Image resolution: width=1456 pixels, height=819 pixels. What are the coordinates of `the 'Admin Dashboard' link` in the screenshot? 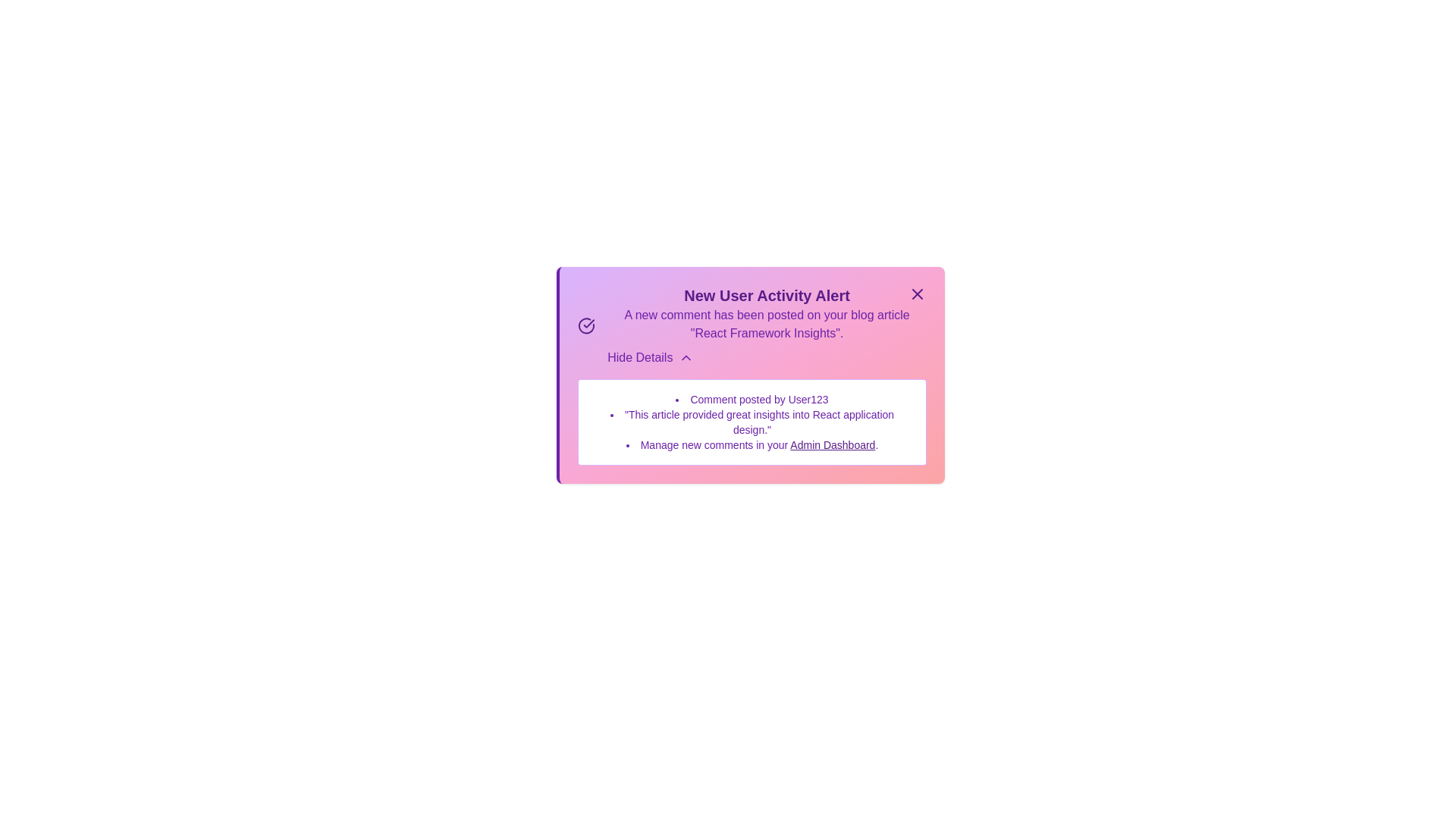 It's located at (832, 444).